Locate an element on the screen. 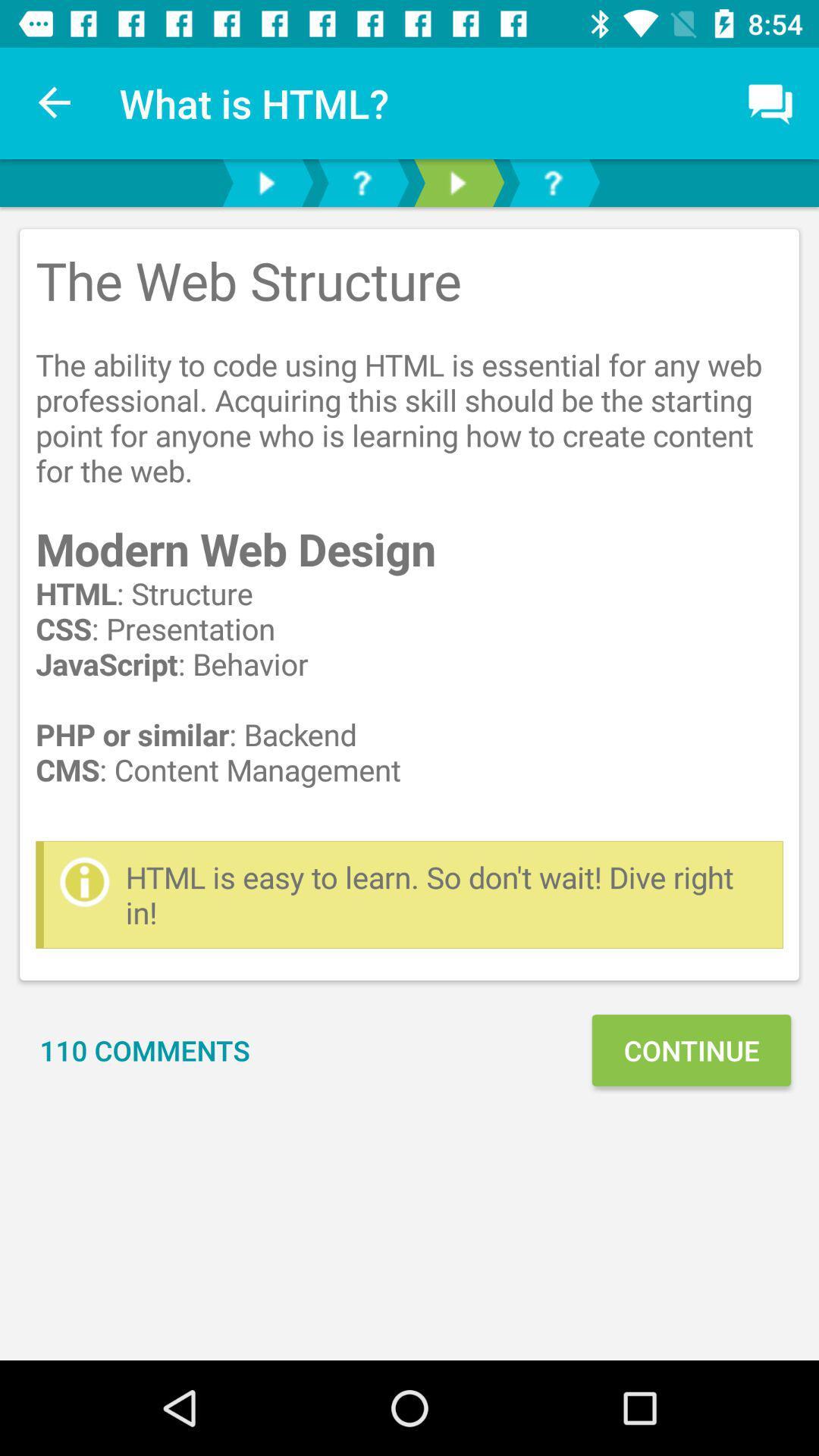  icon at the bottom right corner is located at coordinates (691, 1050).